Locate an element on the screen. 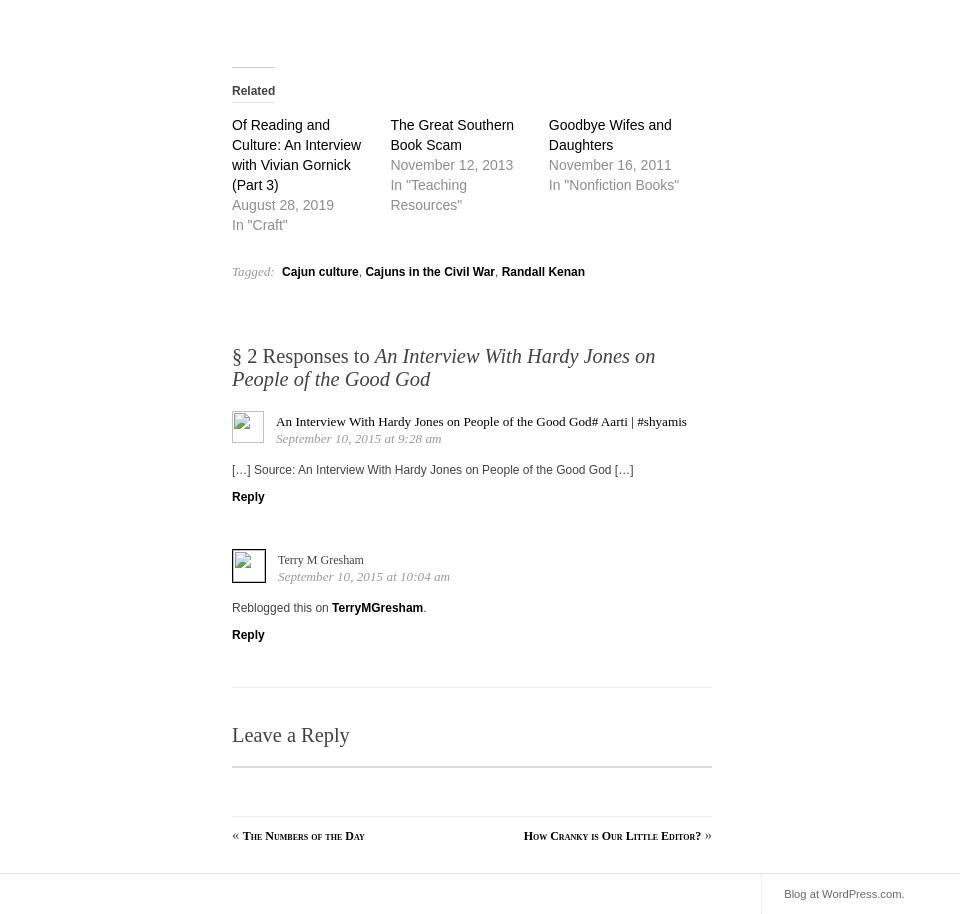 The image size is (960, 914). 'Tagged:' is located at coordinates (251, 270).